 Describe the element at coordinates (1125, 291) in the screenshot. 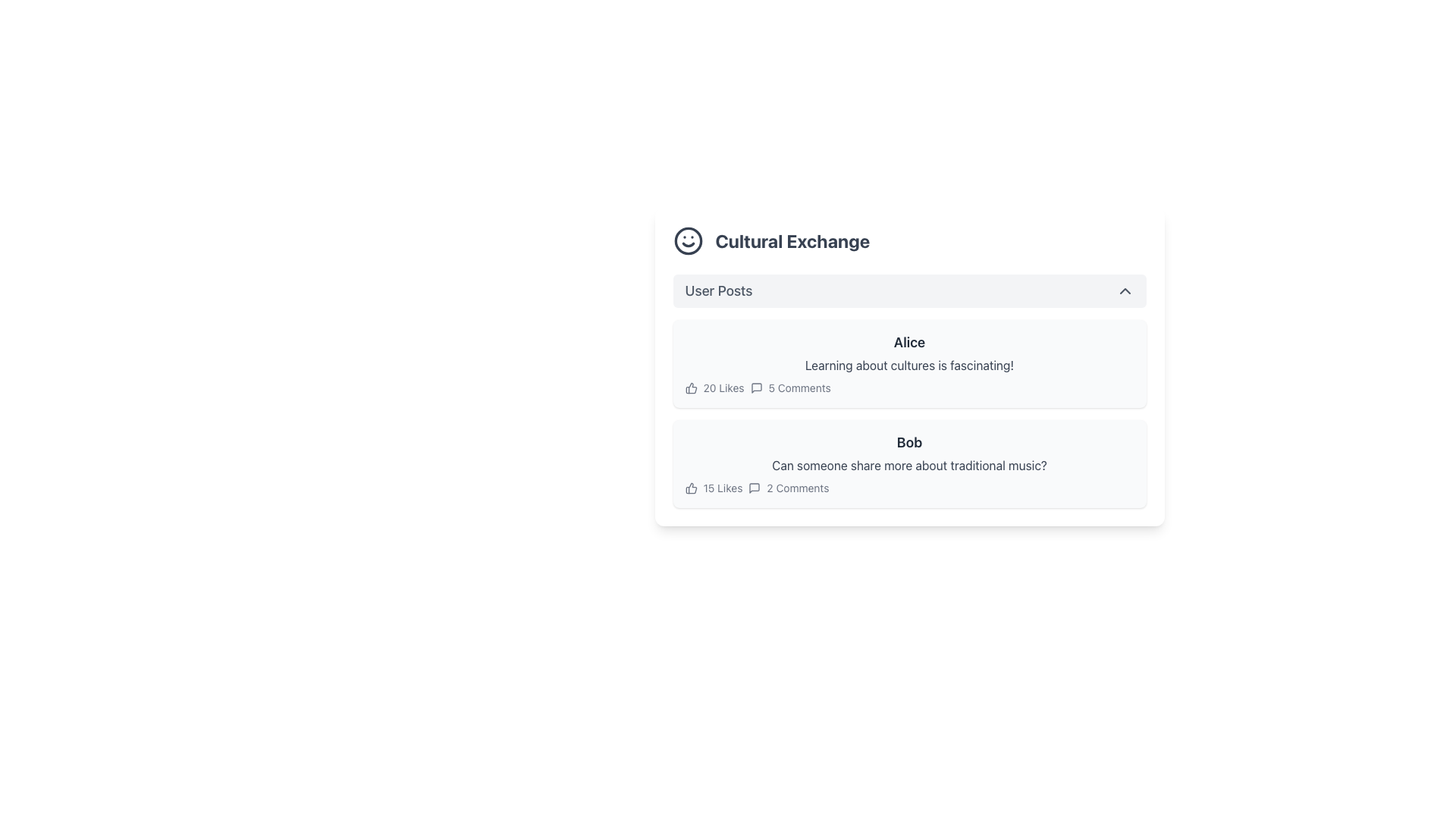

I see `the Chevron icon at the far-right end of the 'User Posts' section header` at that location.